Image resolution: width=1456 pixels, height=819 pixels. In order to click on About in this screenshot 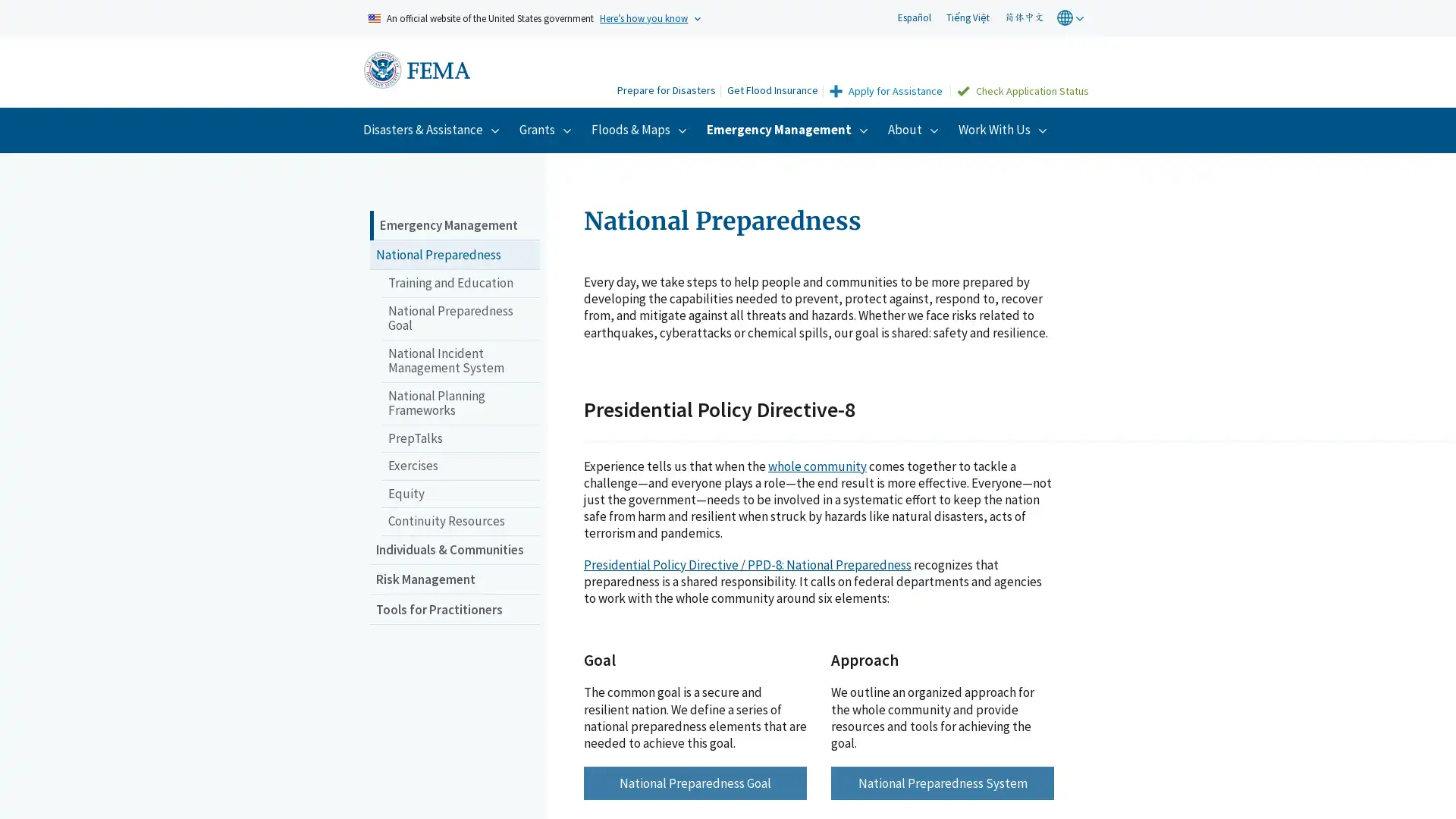, I will do `click(915, 128)`.